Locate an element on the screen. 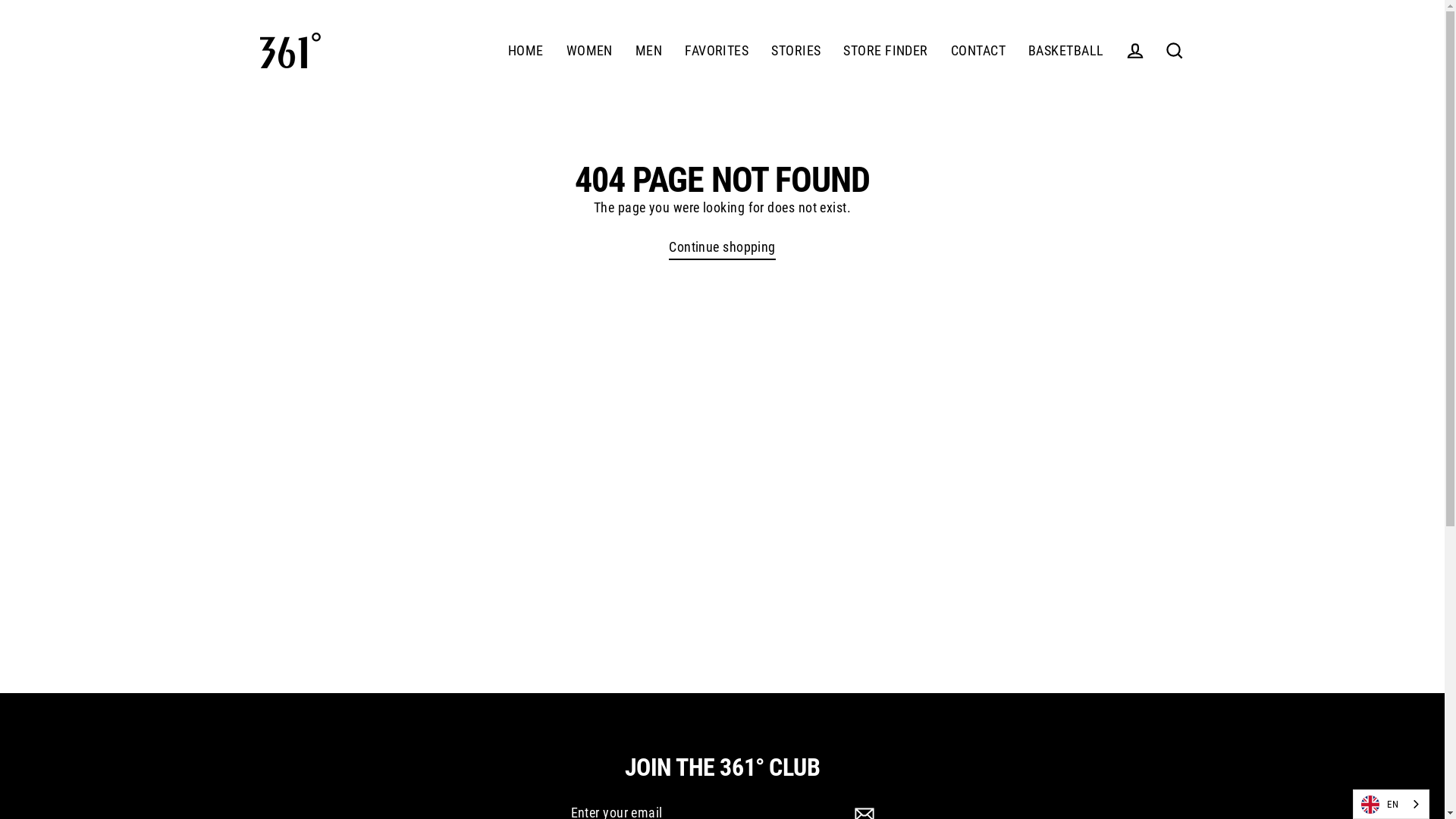 Image resolution: width=1456 pixels, height=819 pixels. 'FAVORITES' is located at coordinates (716, 49).